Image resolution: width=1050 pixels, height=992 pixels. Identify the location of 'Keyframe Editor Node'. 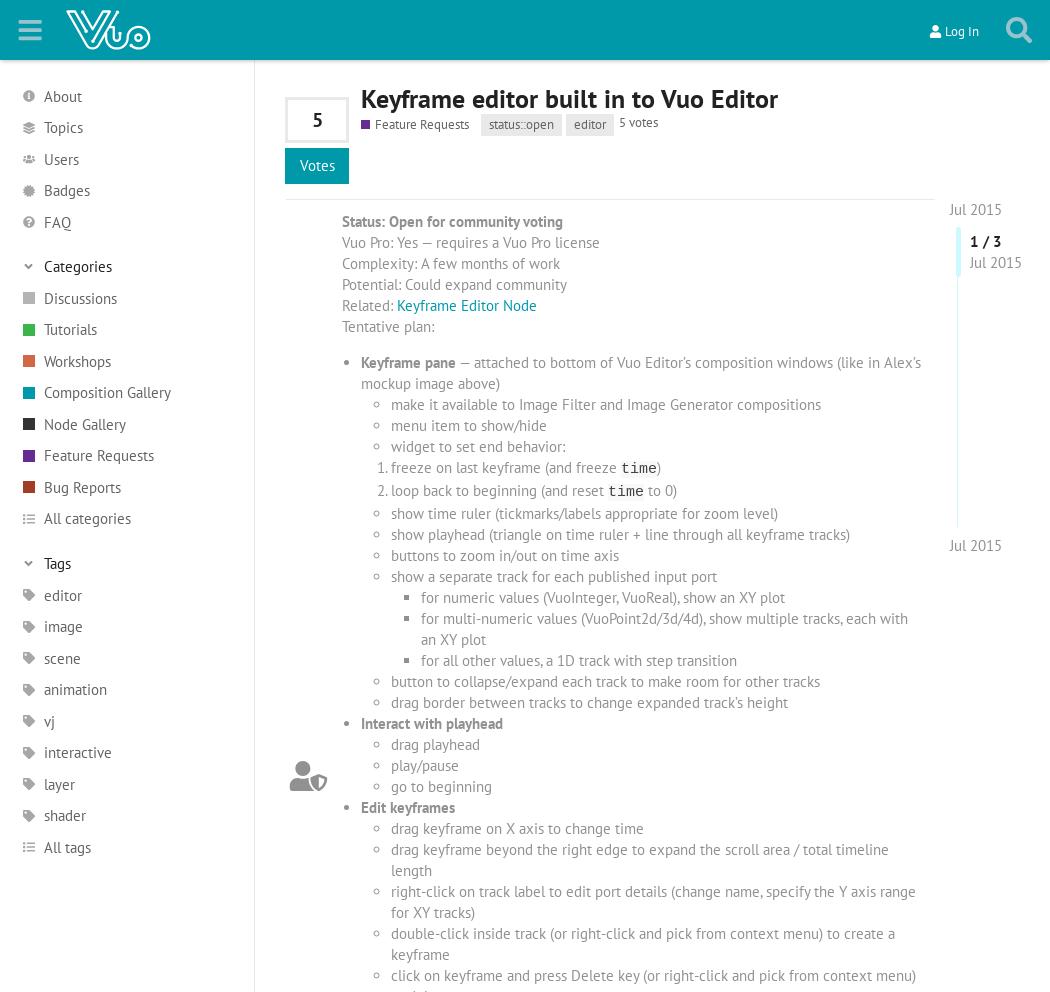
(397, 304).